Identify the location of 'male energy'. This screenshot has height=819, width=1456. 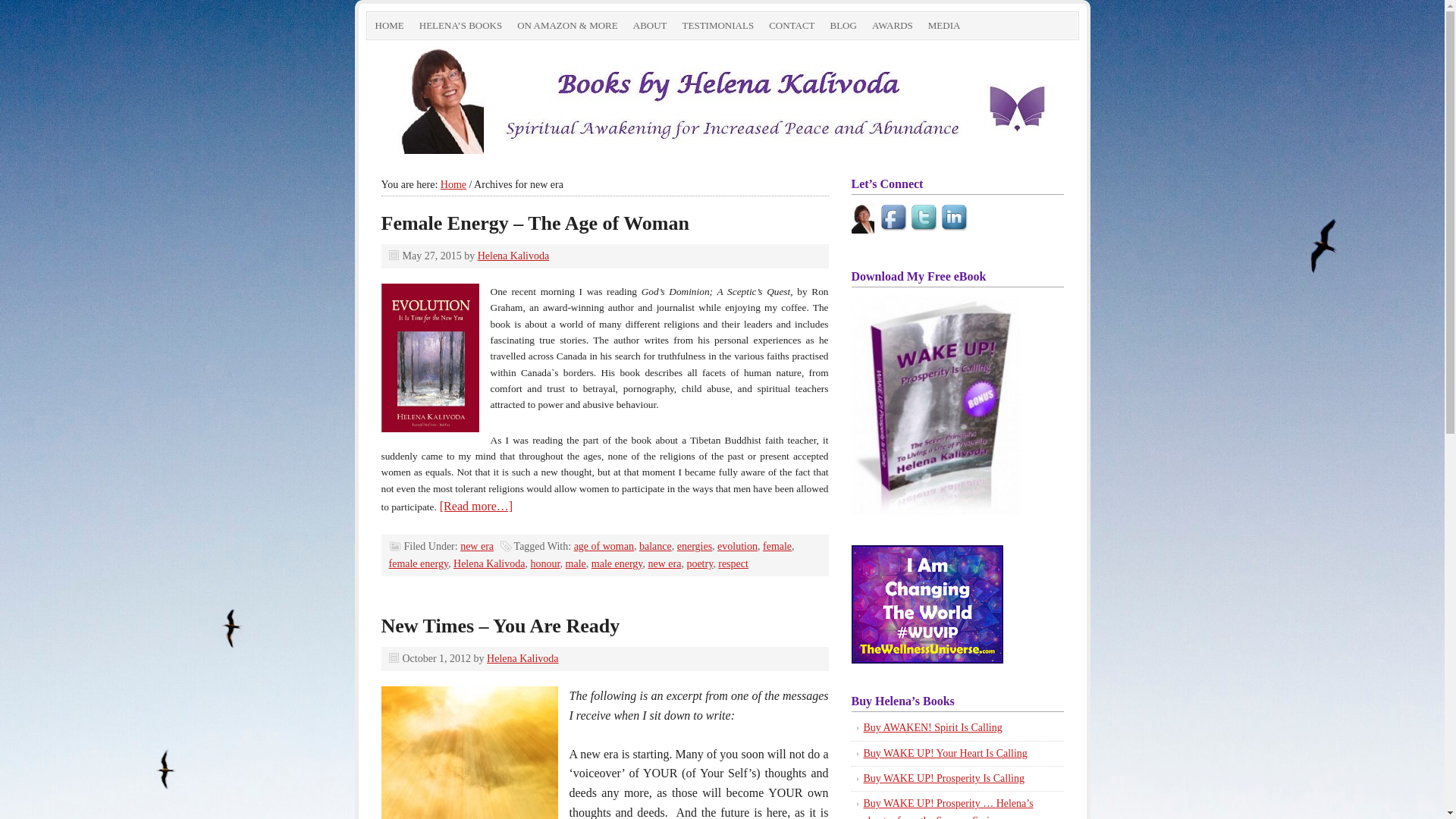
(590, 563).